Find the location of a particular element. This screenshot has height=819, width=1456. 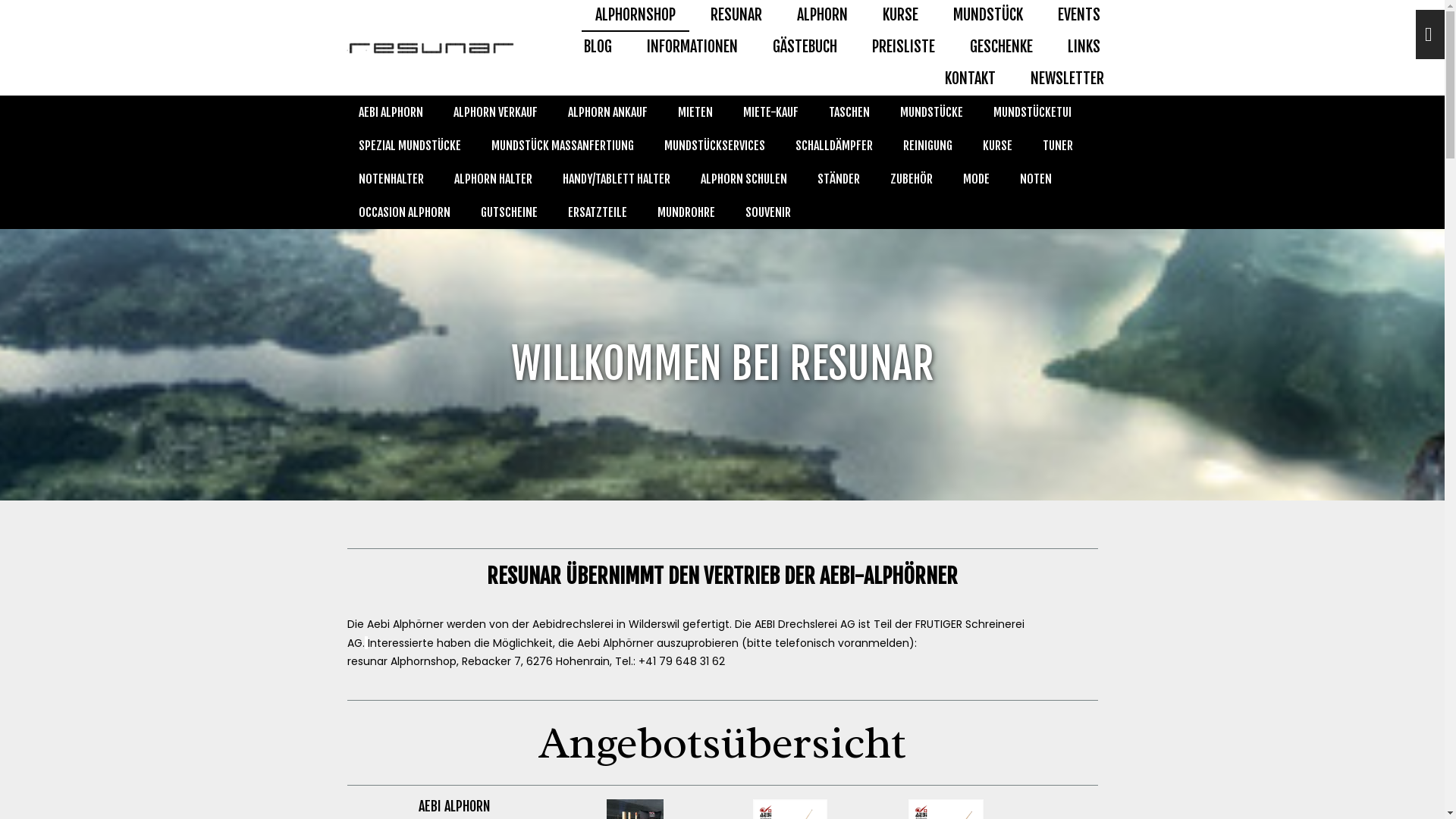

'NOTENHALTER' is located at coordinates (390, 177).